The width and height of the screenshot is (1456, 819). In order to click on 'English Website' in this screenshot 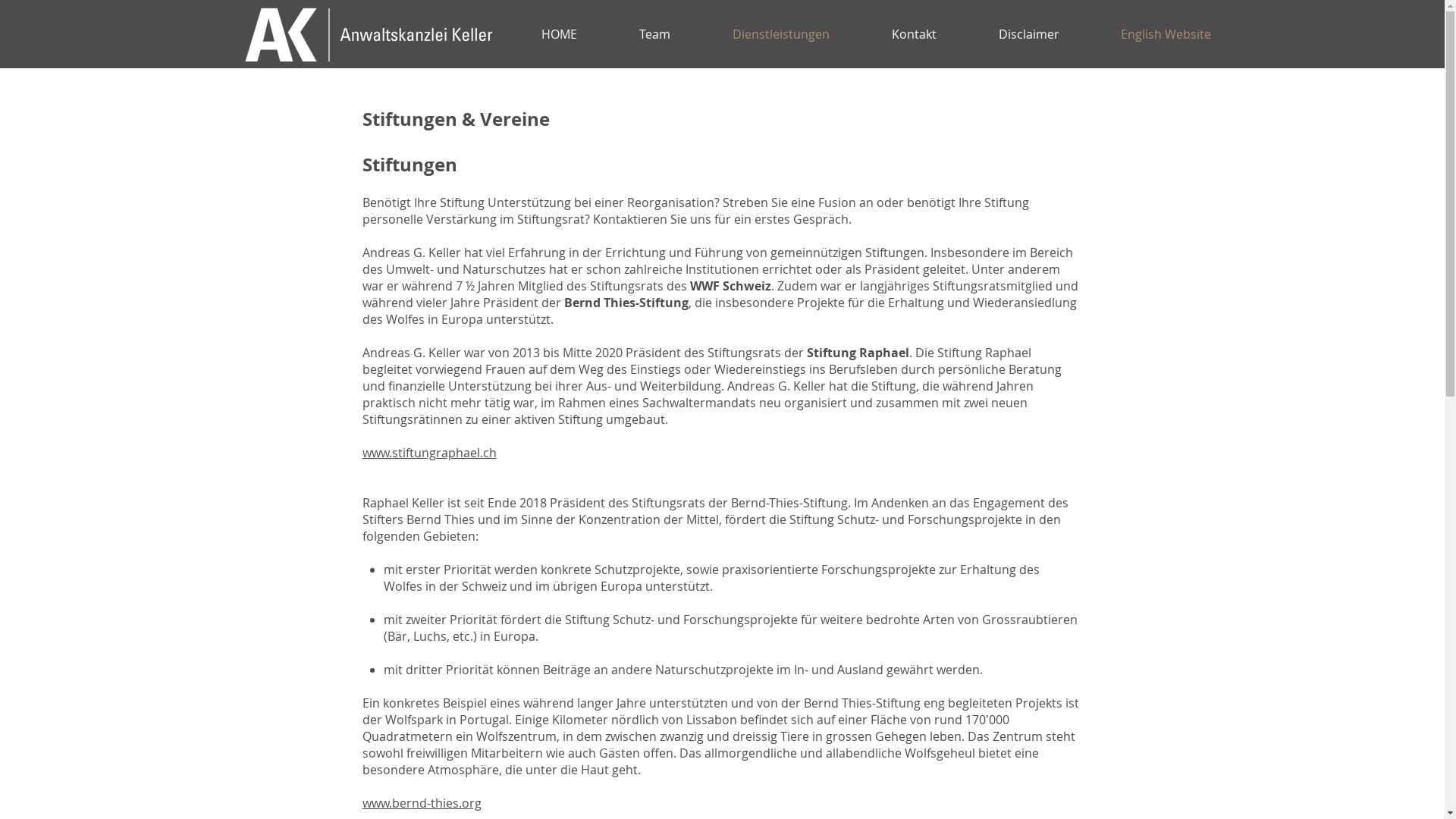, I will do `click(1164, 34)`.